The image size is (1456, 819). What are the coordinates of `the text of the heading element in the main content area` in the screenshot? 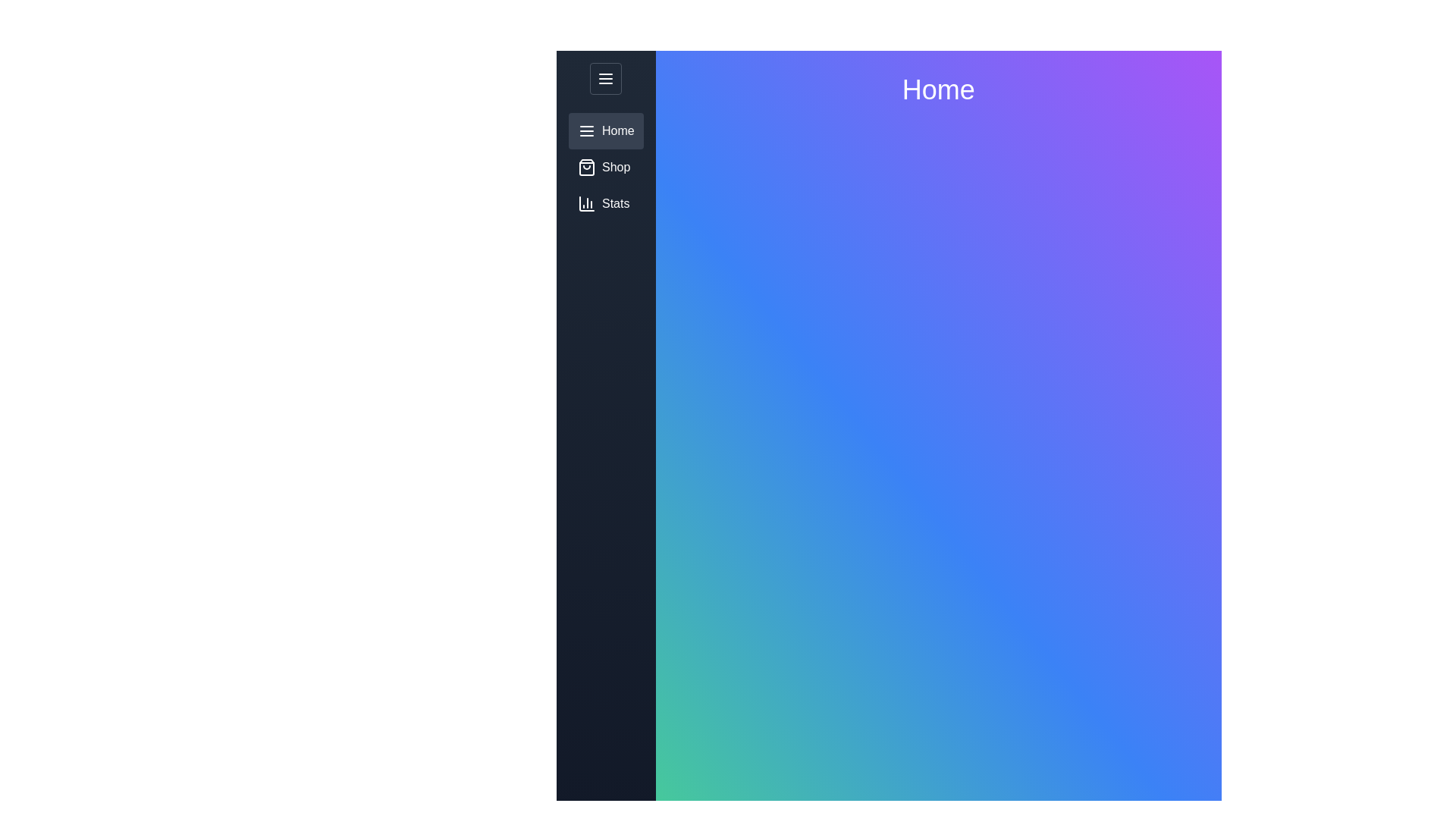 It's located at (937, 90).